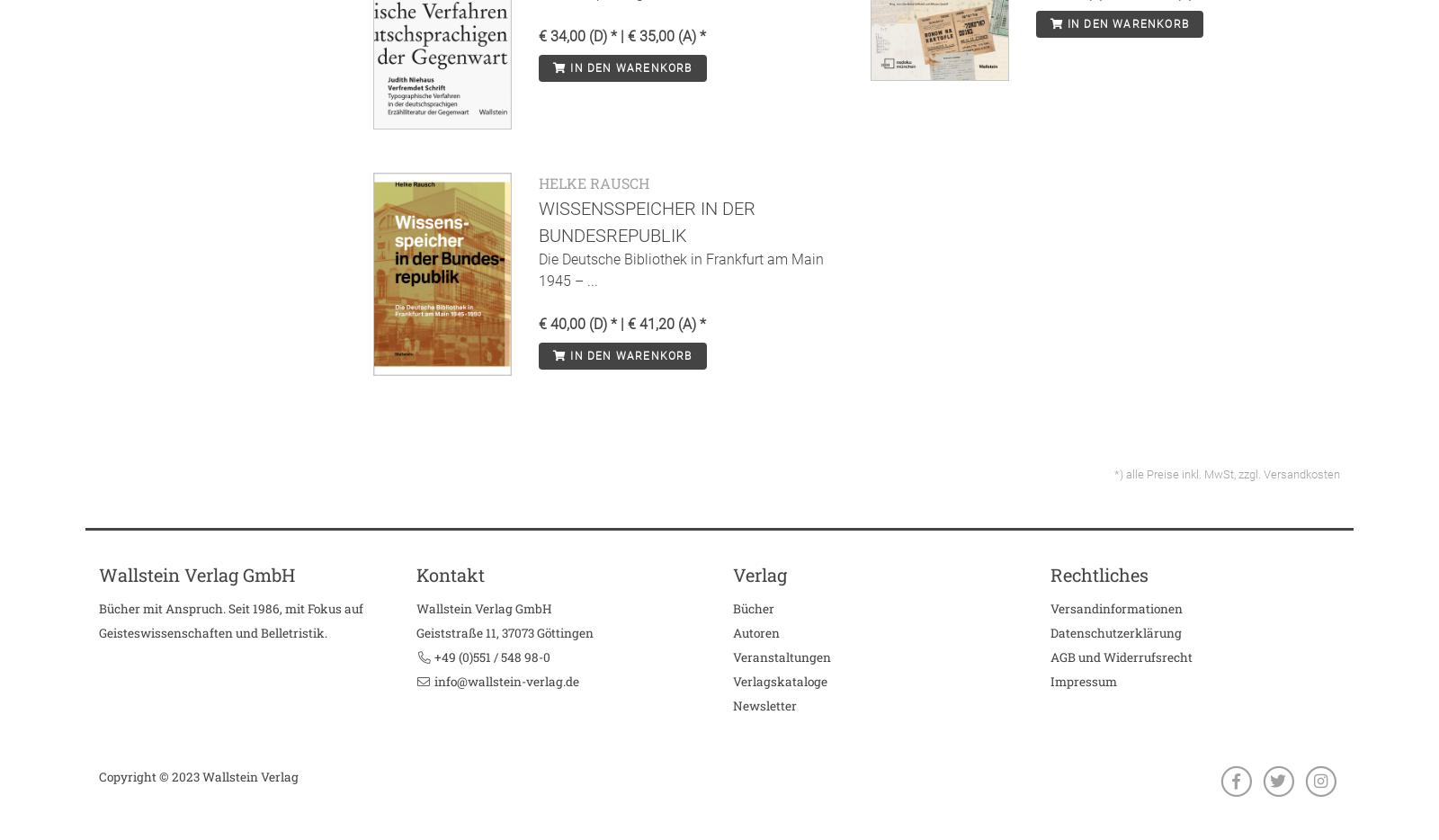  I want to click on 'Datenschutzerklärung', so click(1114, 632).